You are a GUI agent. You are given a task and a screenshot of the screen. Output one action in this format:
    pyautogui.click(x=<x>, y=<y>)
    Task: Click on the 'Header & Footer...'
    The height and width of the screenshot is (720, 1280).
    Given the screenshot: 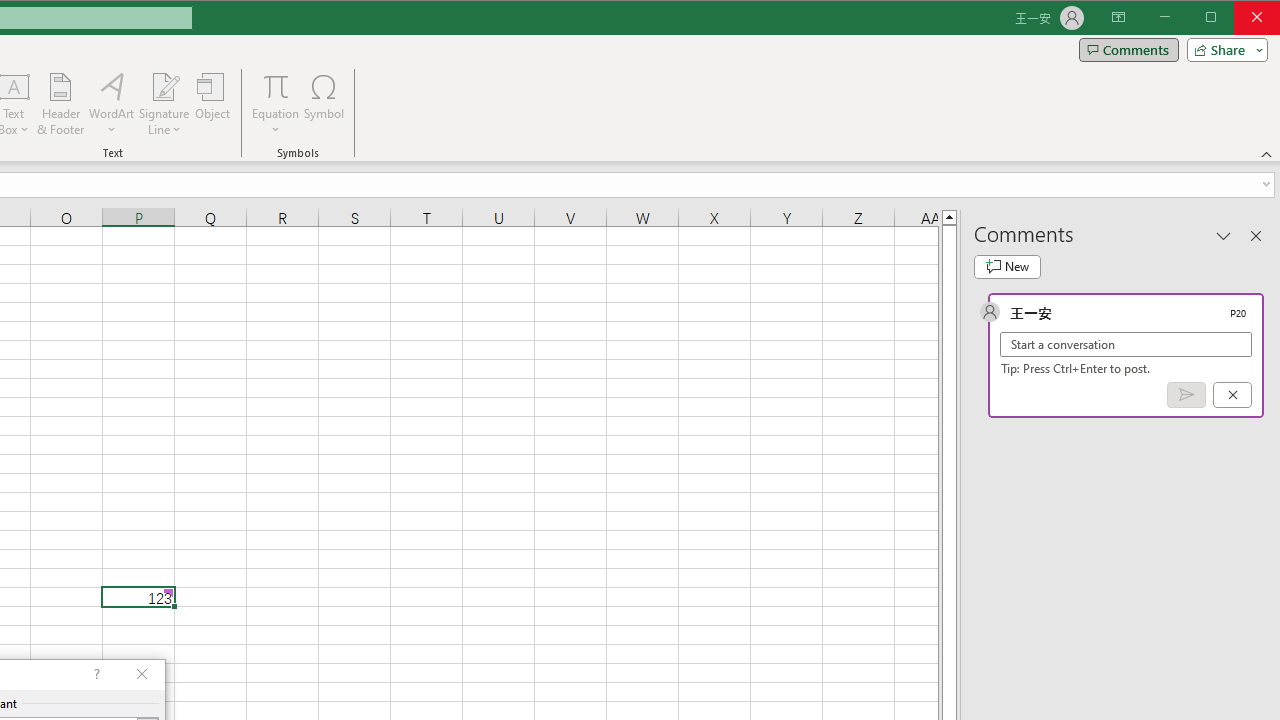 What is the action you would take?
    pyautogui.click(x=60, y=104)
    